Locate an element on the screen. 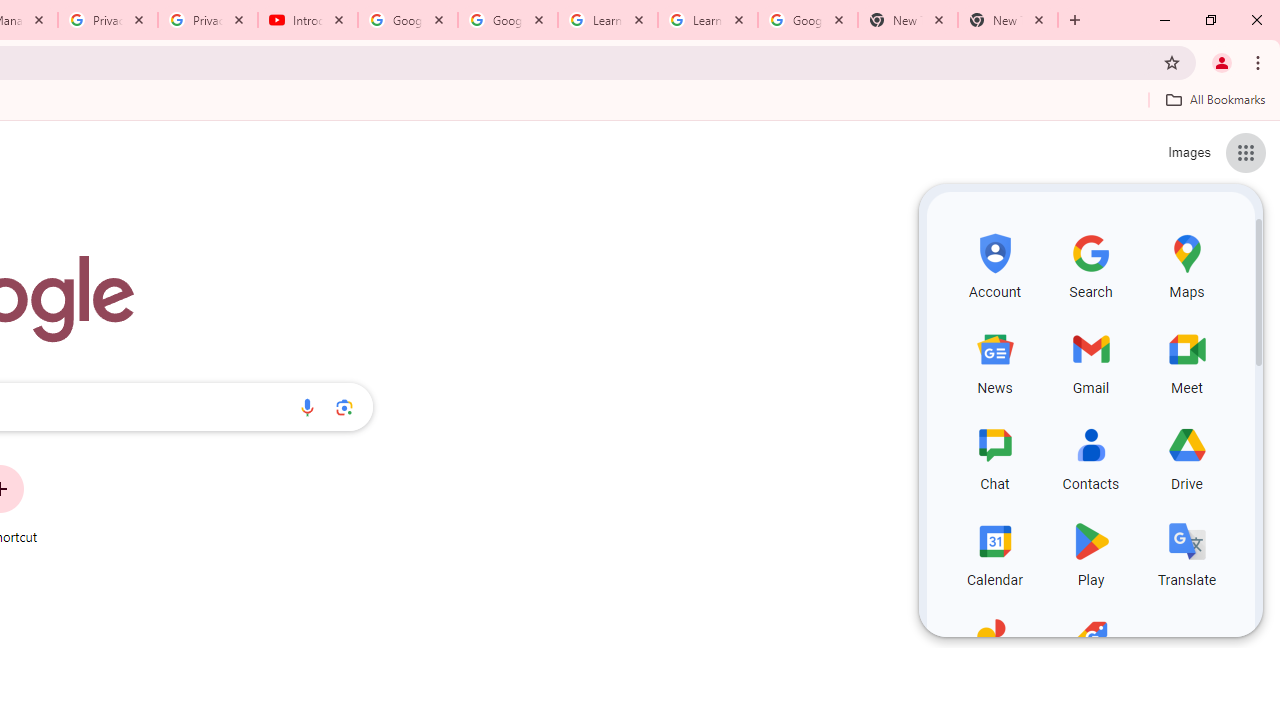 Image resolution: width=1280 pixels, height=720 pixels. 'Gmail, row 2 of 5 and column 2 of 3 in the first section' is located at coordinates (1090, 360).